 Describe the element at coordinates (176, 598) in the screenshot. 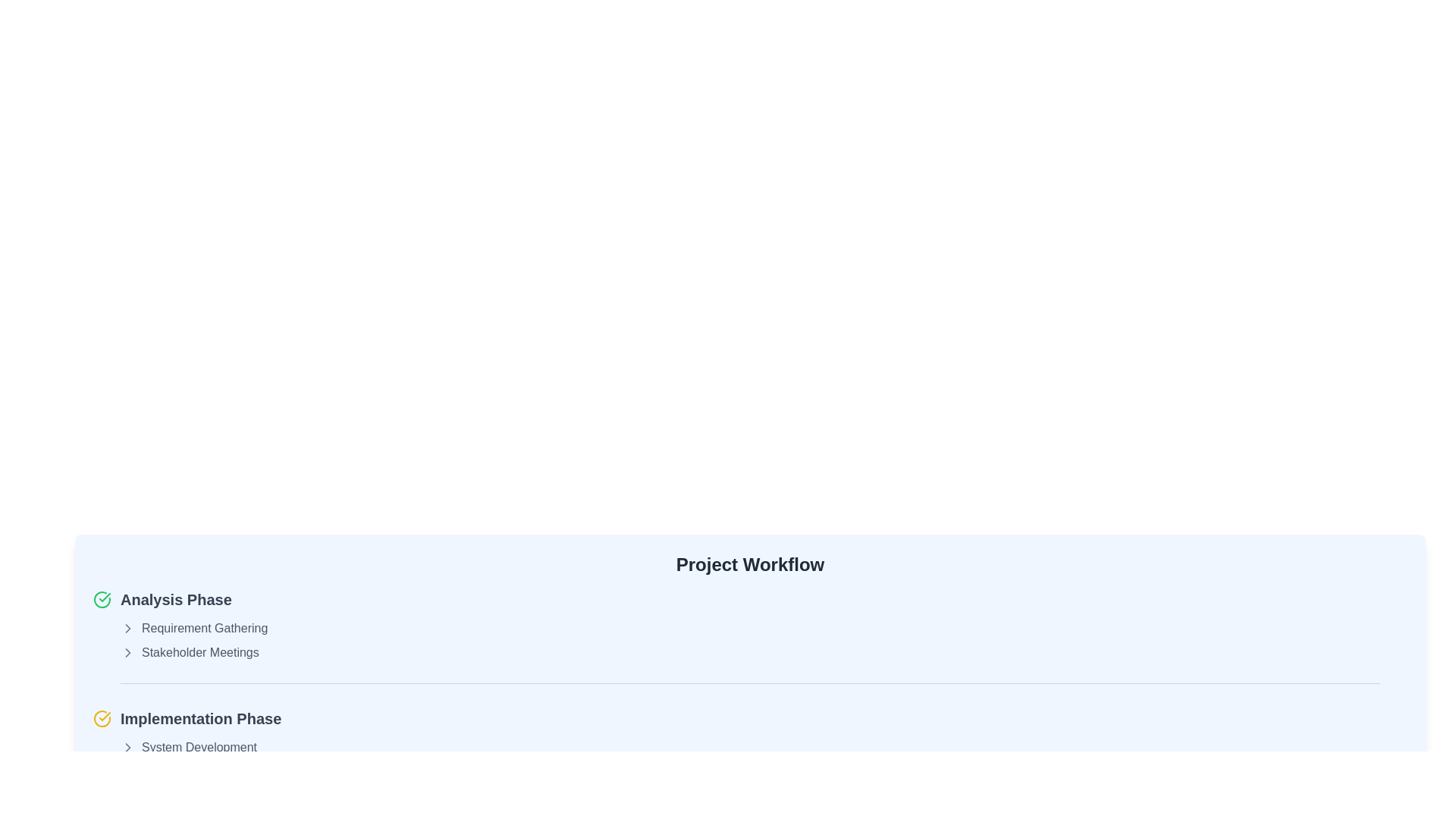

I see `text label 'Analysis Phase' that is styled in a large, bold font and located above other list items in the workflow diagram` at that location.